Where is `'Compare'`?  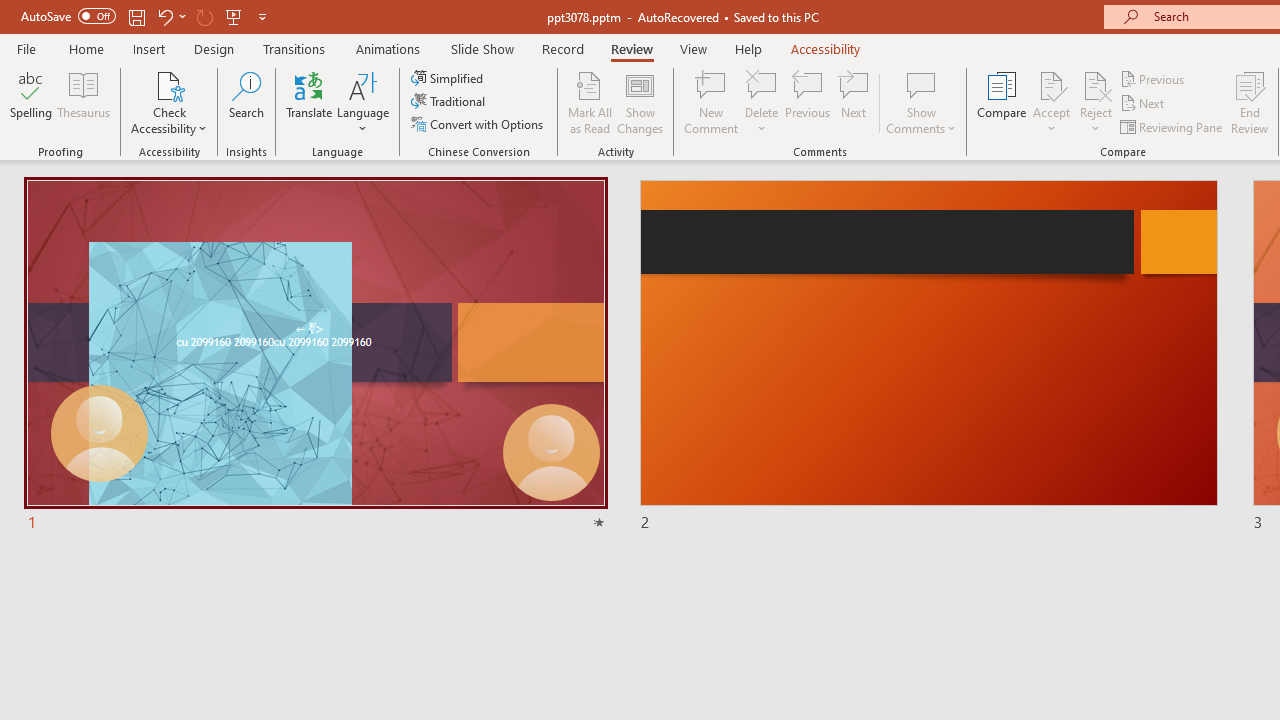 'Compare' is located at coordinates (1002, 103).